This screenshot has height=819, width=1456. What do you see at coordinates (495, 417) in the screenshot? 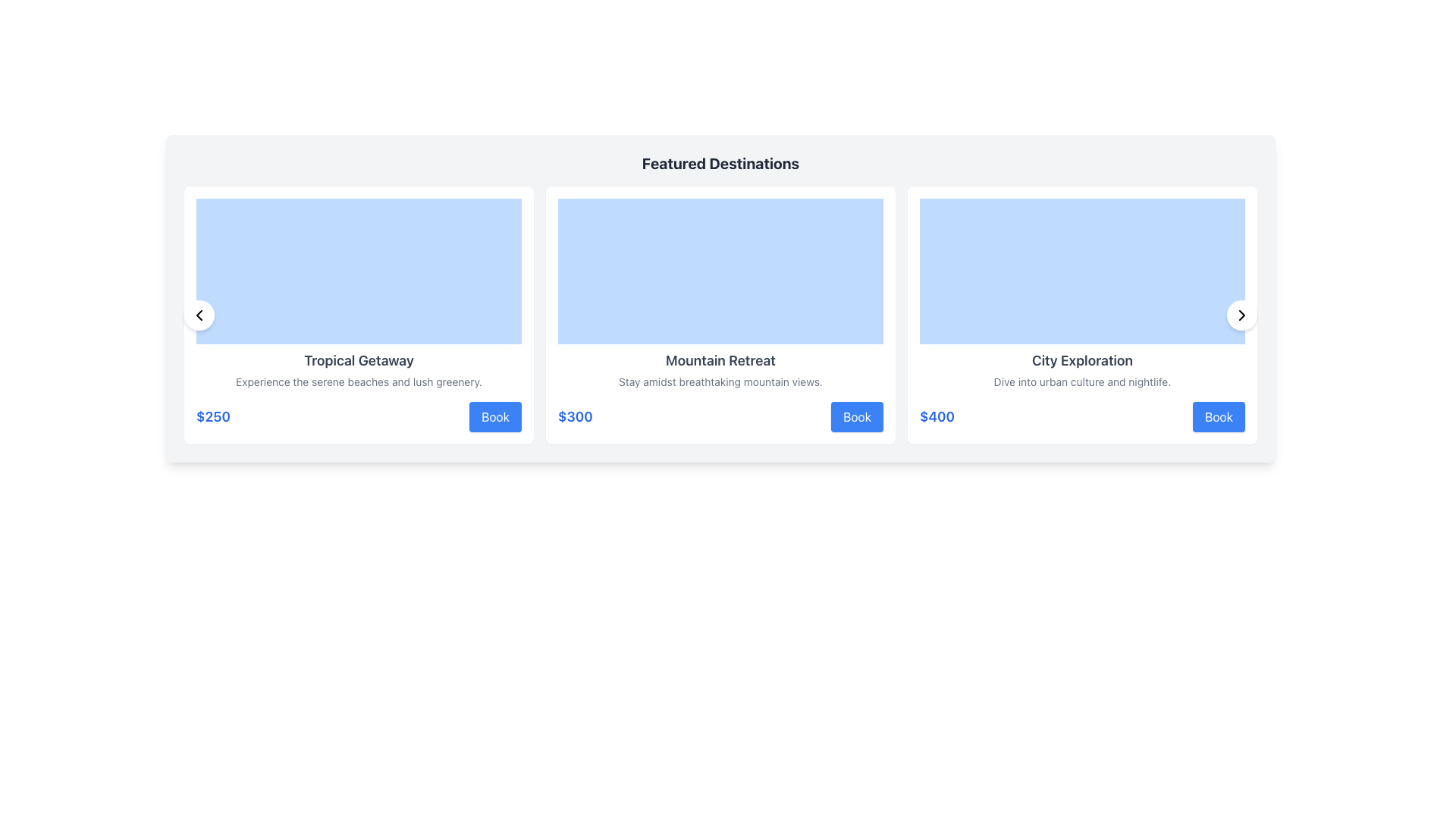
I see `the unique booking button for the 'Tropical Getaway' offer located in the bottom-right corner of the card` at bounding box center [495, 417].